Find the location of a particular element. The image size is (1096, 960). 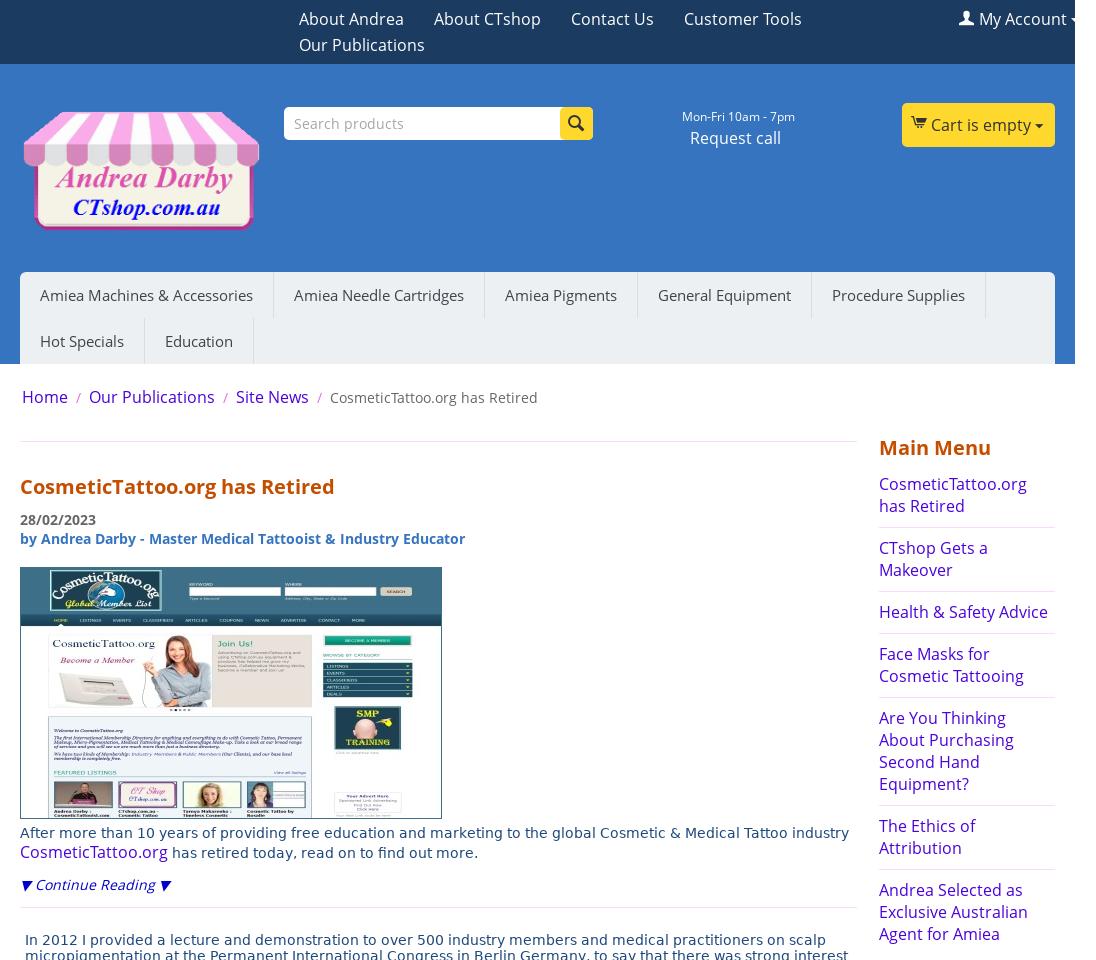

'About Andrea' is located at coordinates (350, 18).